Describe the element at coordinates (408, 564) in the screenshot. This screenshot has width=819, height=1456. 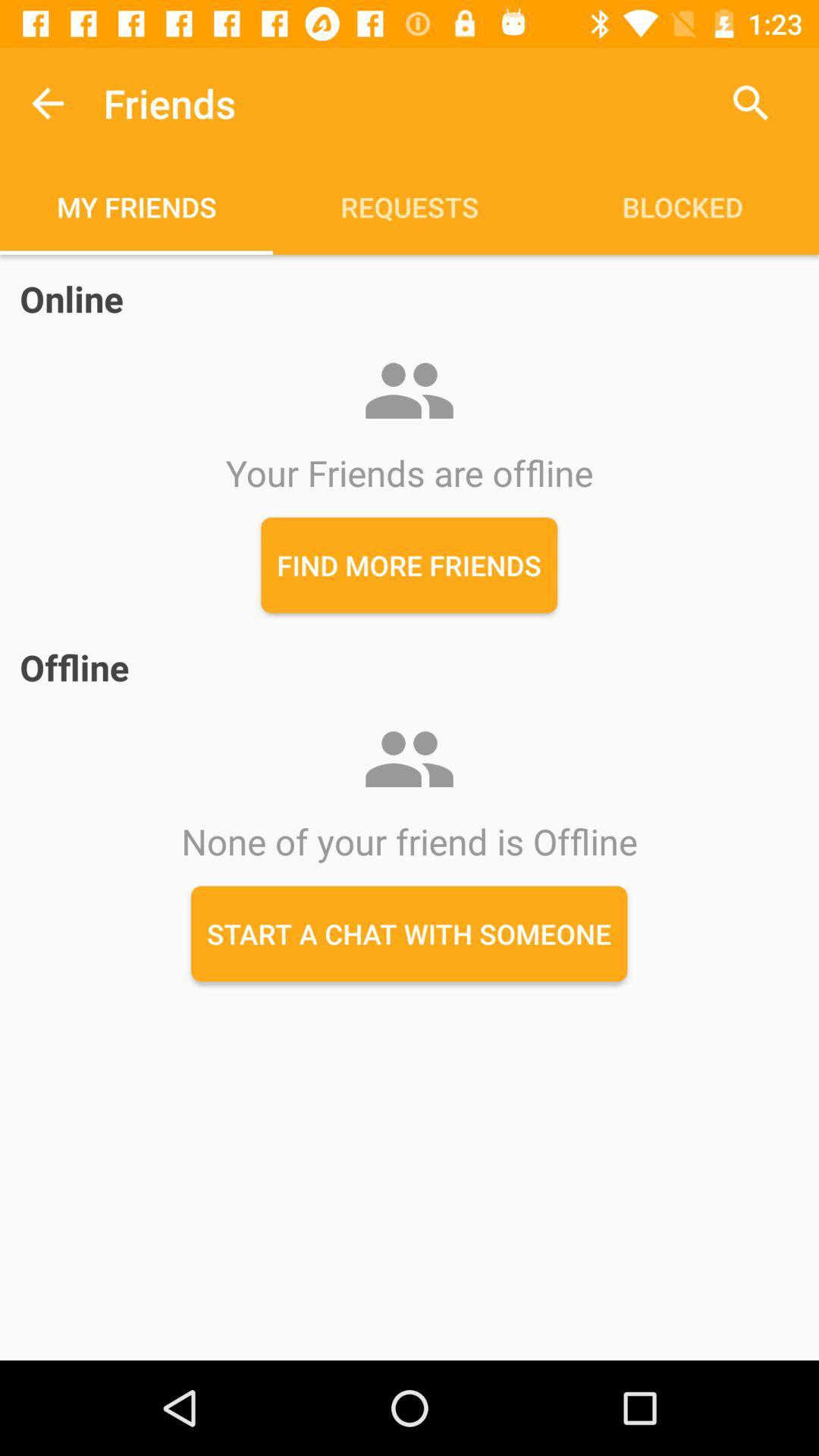
I see `item above offline` at that location.